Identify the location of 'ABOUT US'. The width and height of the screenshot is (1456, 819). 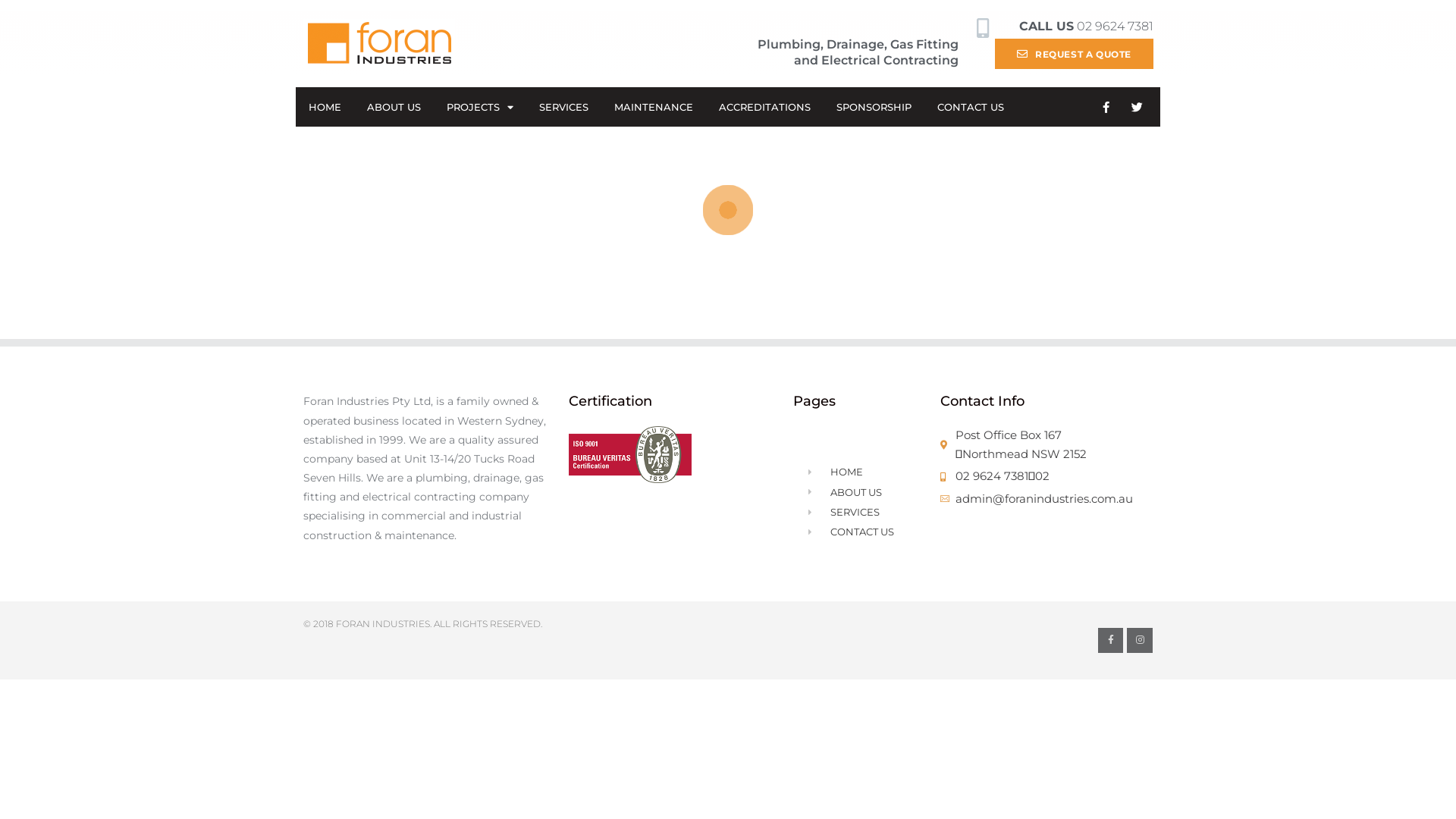
(394, 106).